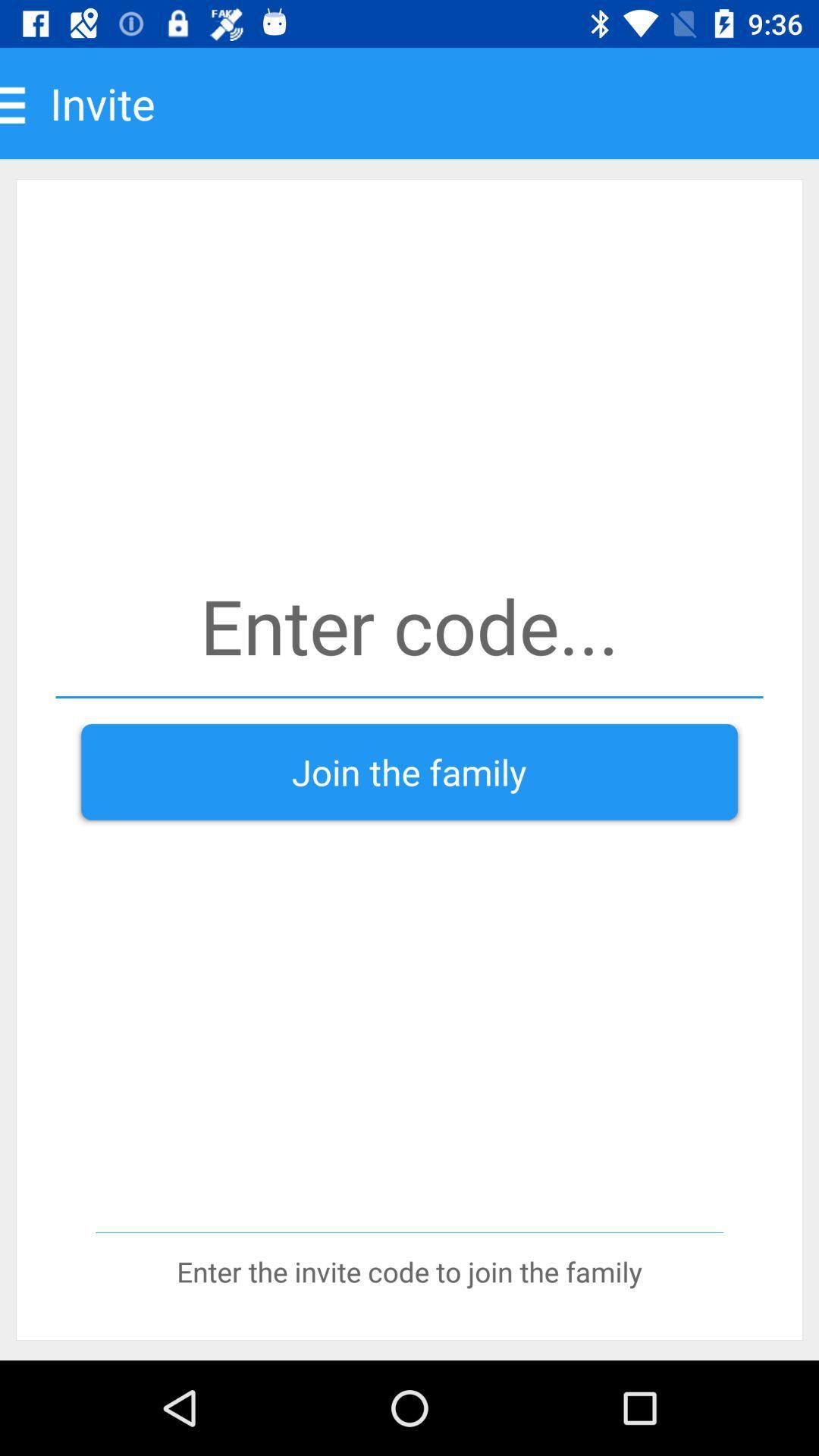  I want to click on code, so click(409, 626).